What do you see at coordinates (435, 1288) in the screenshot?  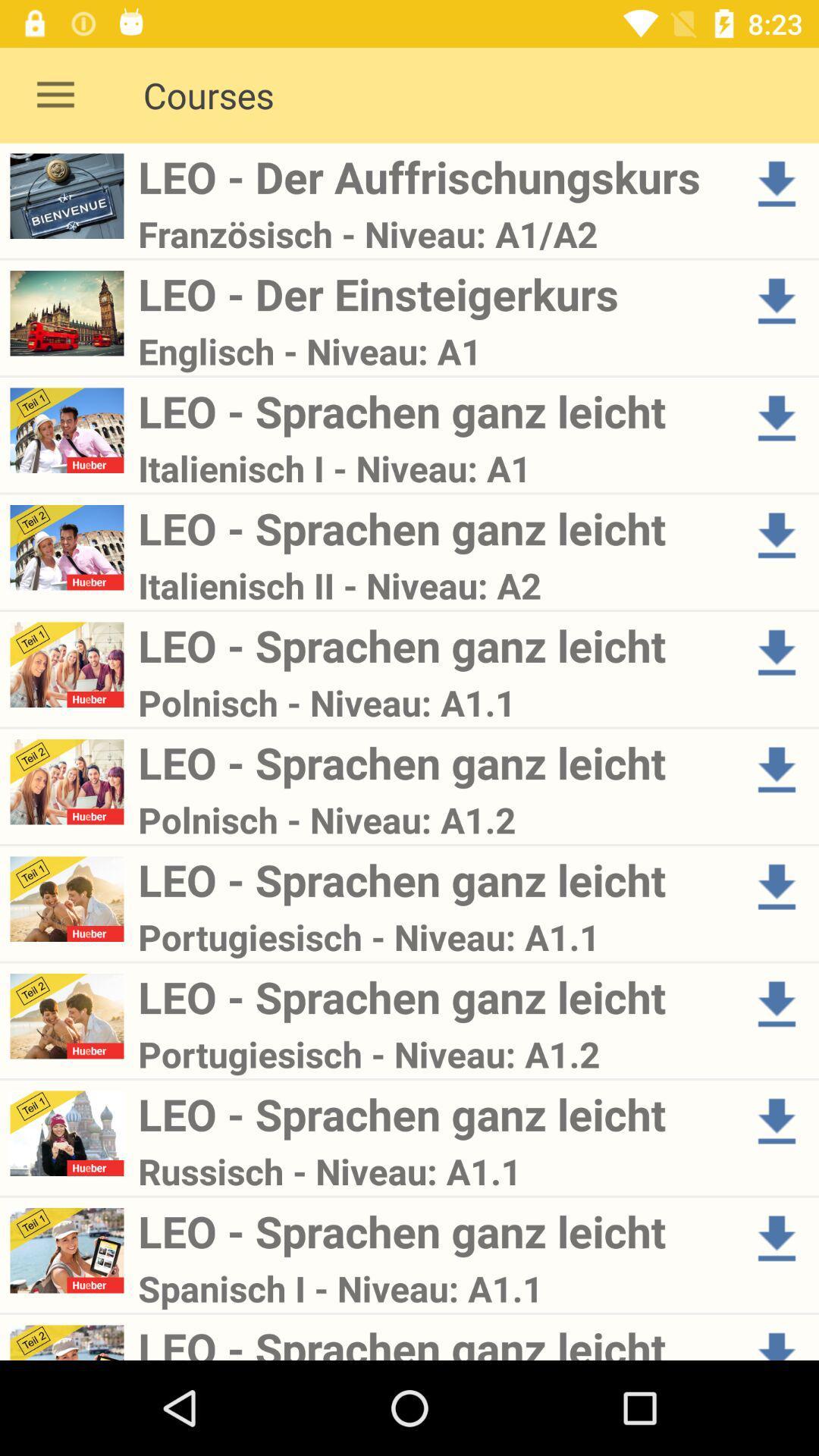 I see `the spanisch i niveau` at bounding box center [435, 1288].